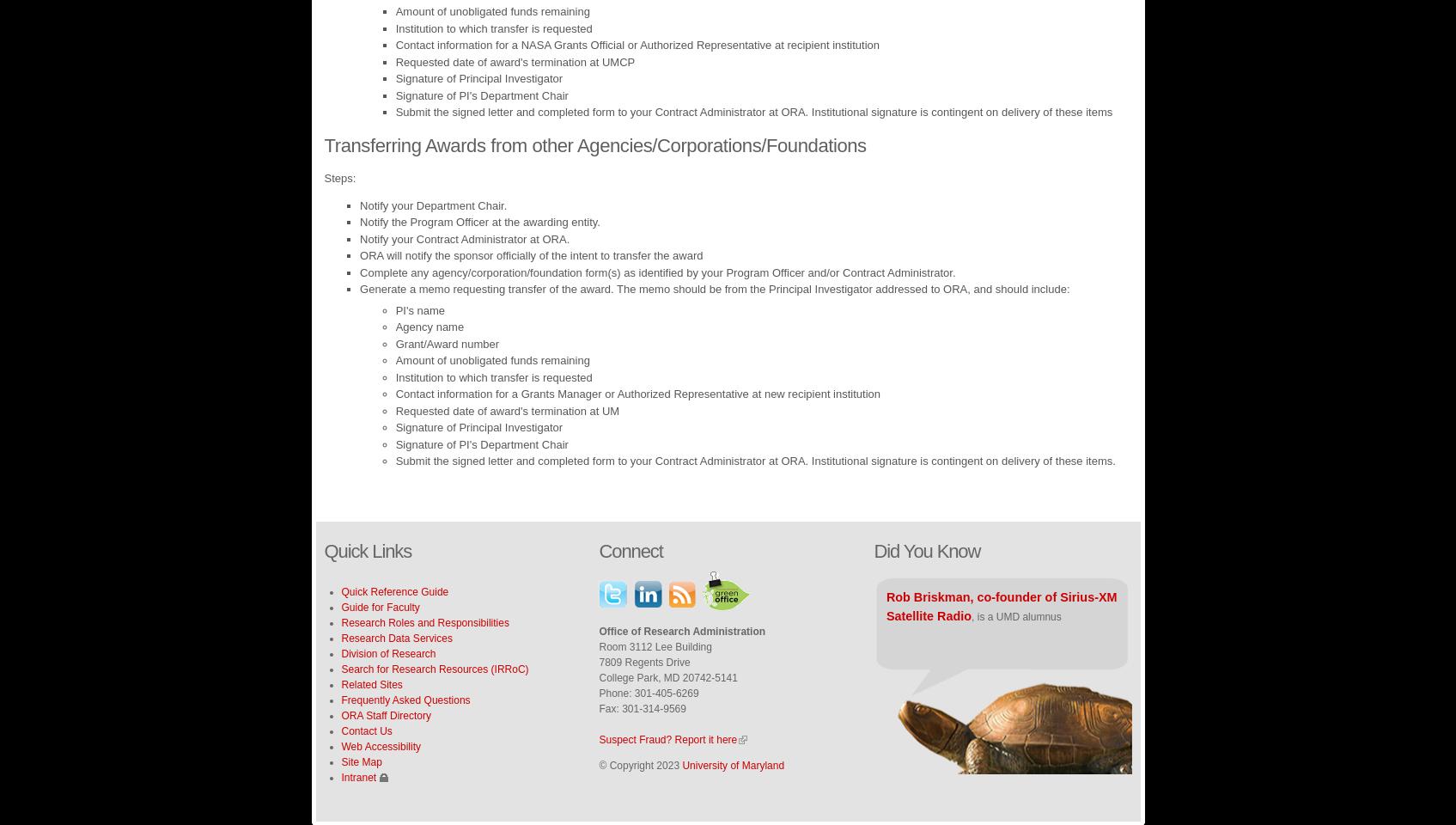 Image resolution: width=1456 pixels, height=825 pixels. What do you see at coordinates (381, 745) in the screenshot?
I see `'Web Accessibility'` at bounding box center [381, 745].